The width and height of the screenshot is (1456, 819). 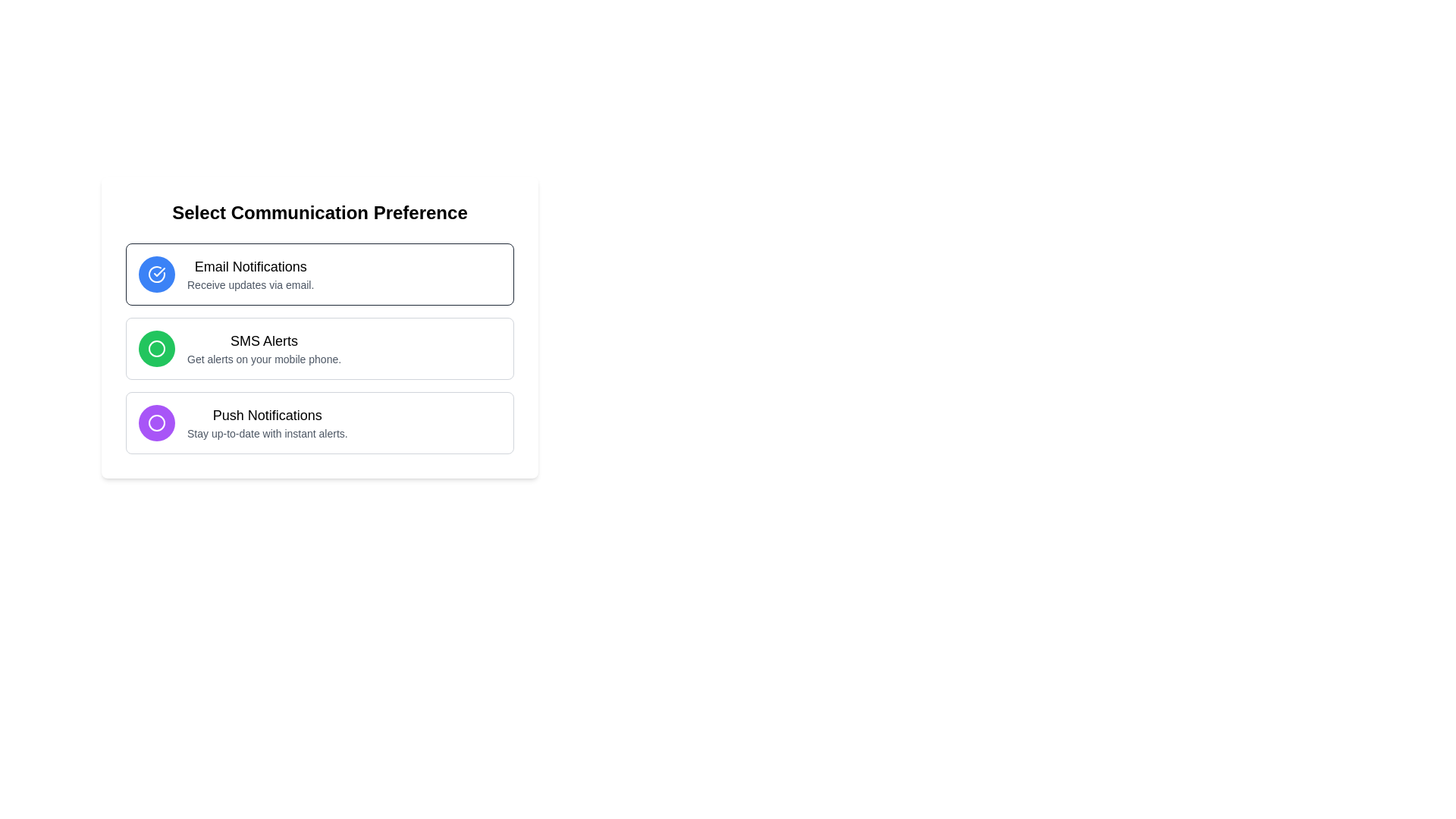 I want to click on the graphical icon associated with the 'Push Notifications' option, which is located next to the text 'Push Notifications' under the 'Select Communication Preference' heading, so click(x=156, y=423).